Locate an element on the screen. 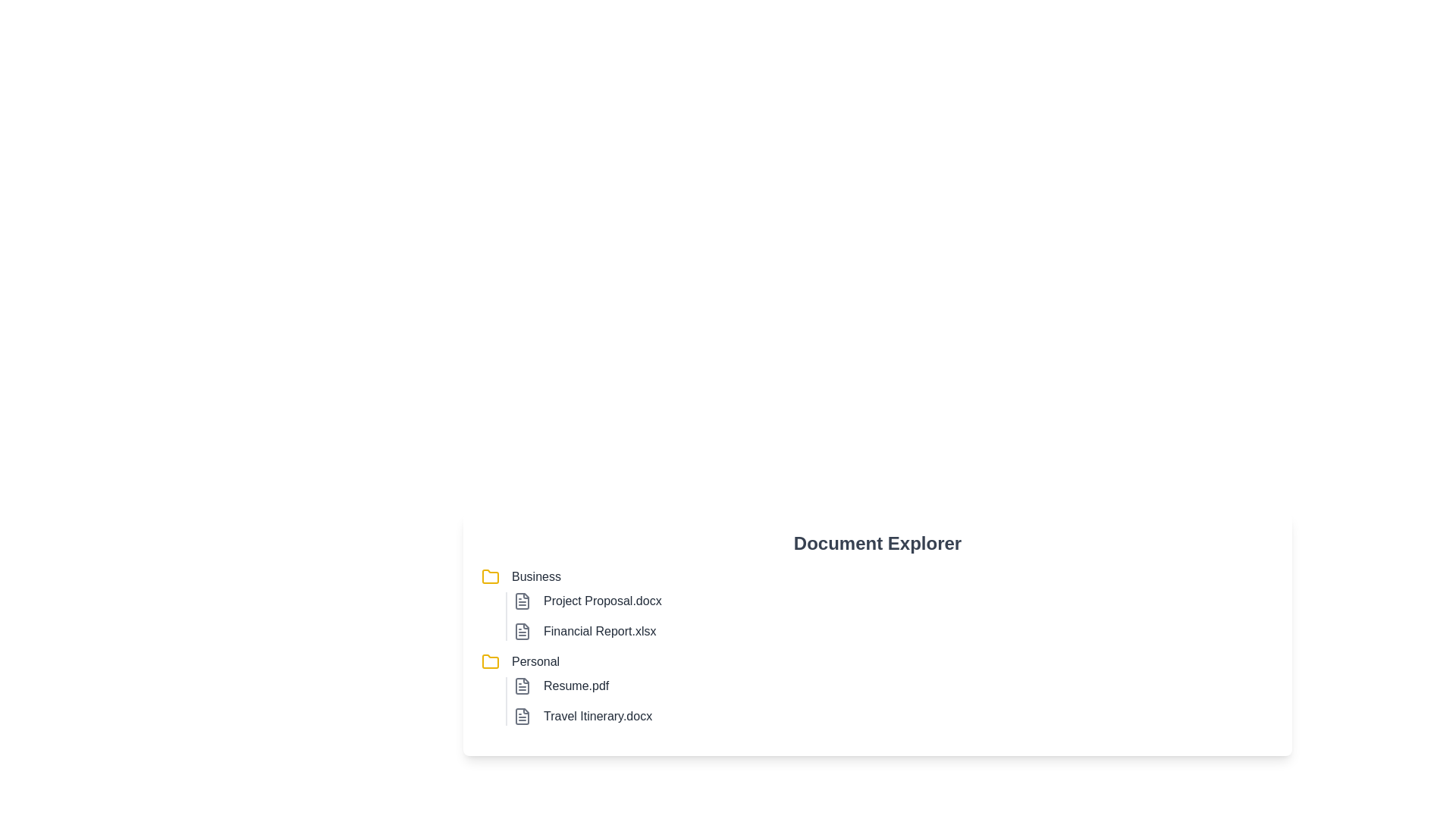  the file icon representing 'Financial Report.xlsx' to bring it into focus is located at coordinates (522, 632).